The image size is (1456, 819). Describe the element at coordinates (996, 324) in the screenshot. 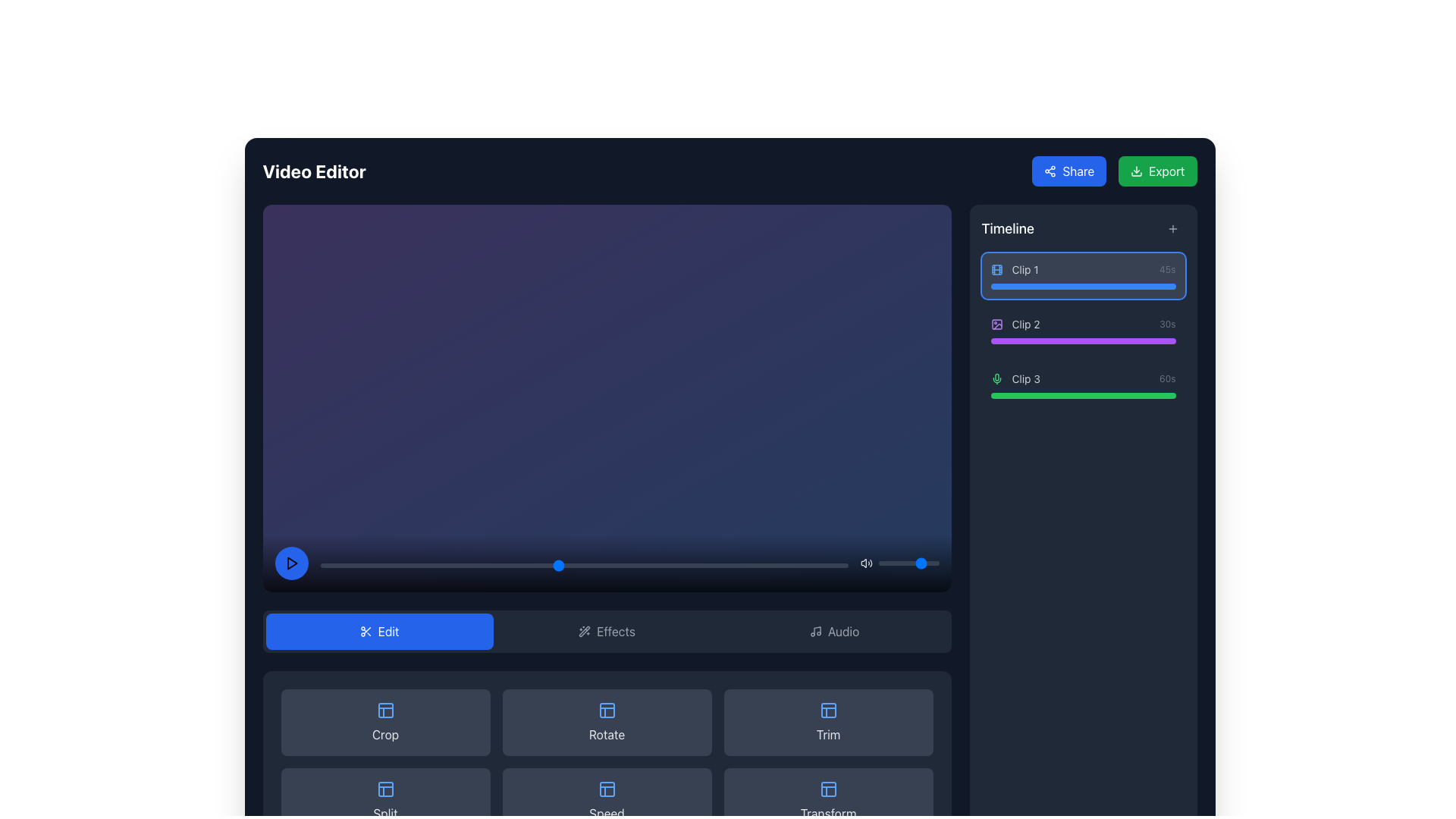

I see `the small rectangular component with rounded corners in the Timeline section, located near the top-left corner of the icon representing 'Clip 2'` at that location.